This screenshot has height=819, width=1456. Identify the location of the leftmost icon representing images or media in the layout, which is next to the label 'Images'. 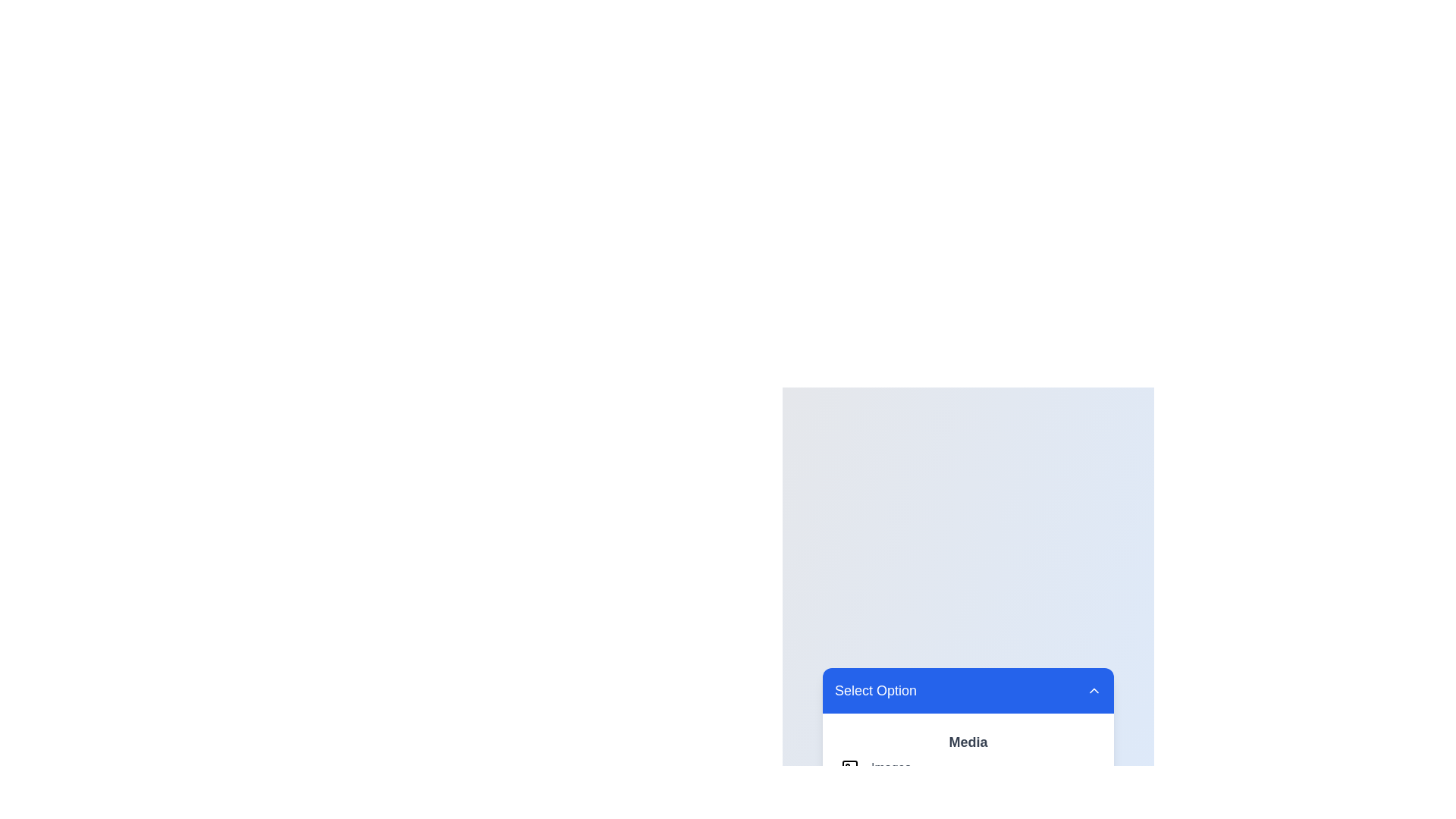
(850, 767).